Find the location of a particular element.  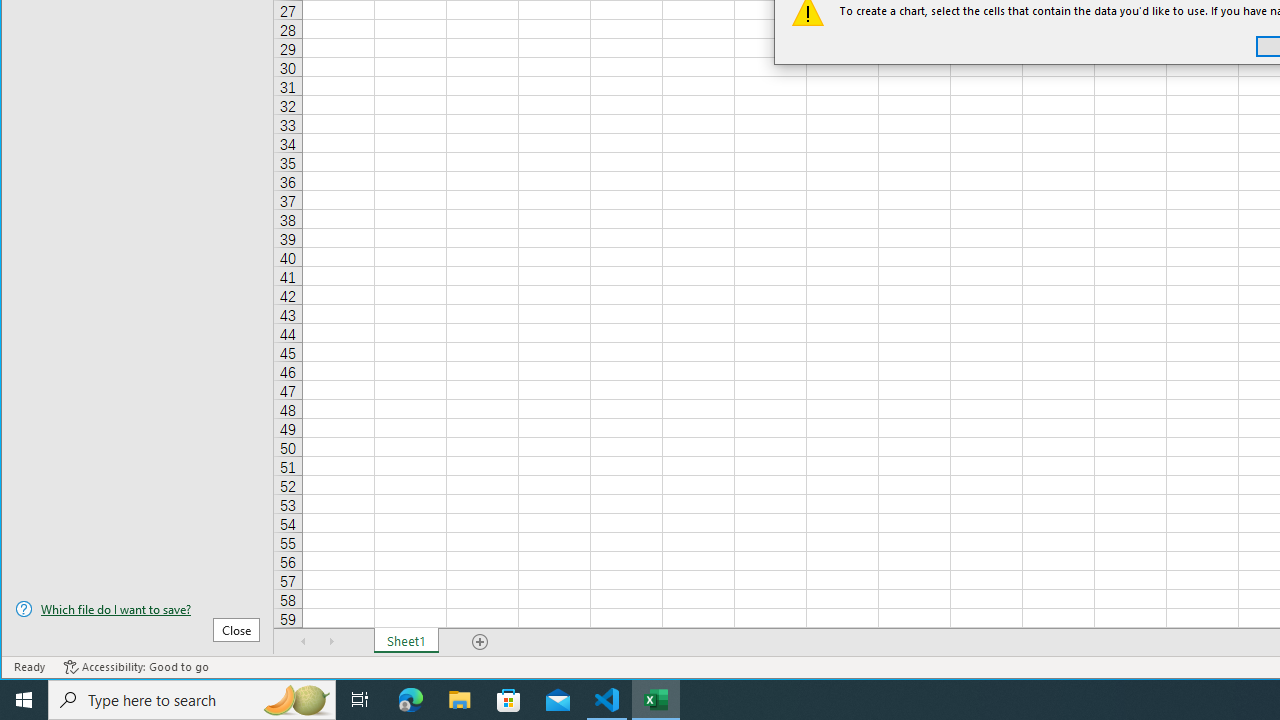

'Sheet1' is located at coordinates (405, 641).